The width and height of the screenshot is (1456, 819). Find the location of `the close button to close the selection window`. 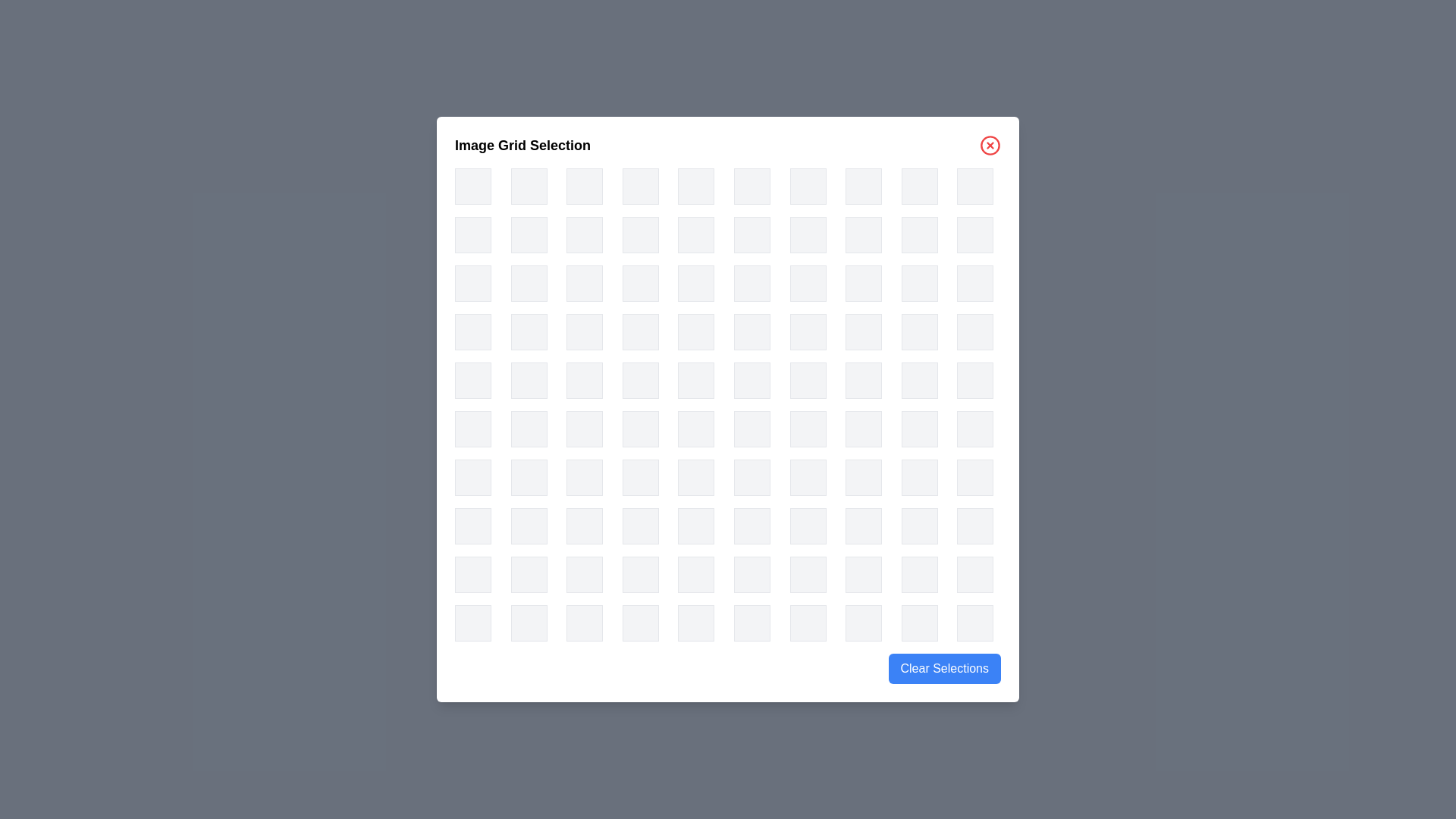

the close button to close the selection window is located at coordinates (990, 146).